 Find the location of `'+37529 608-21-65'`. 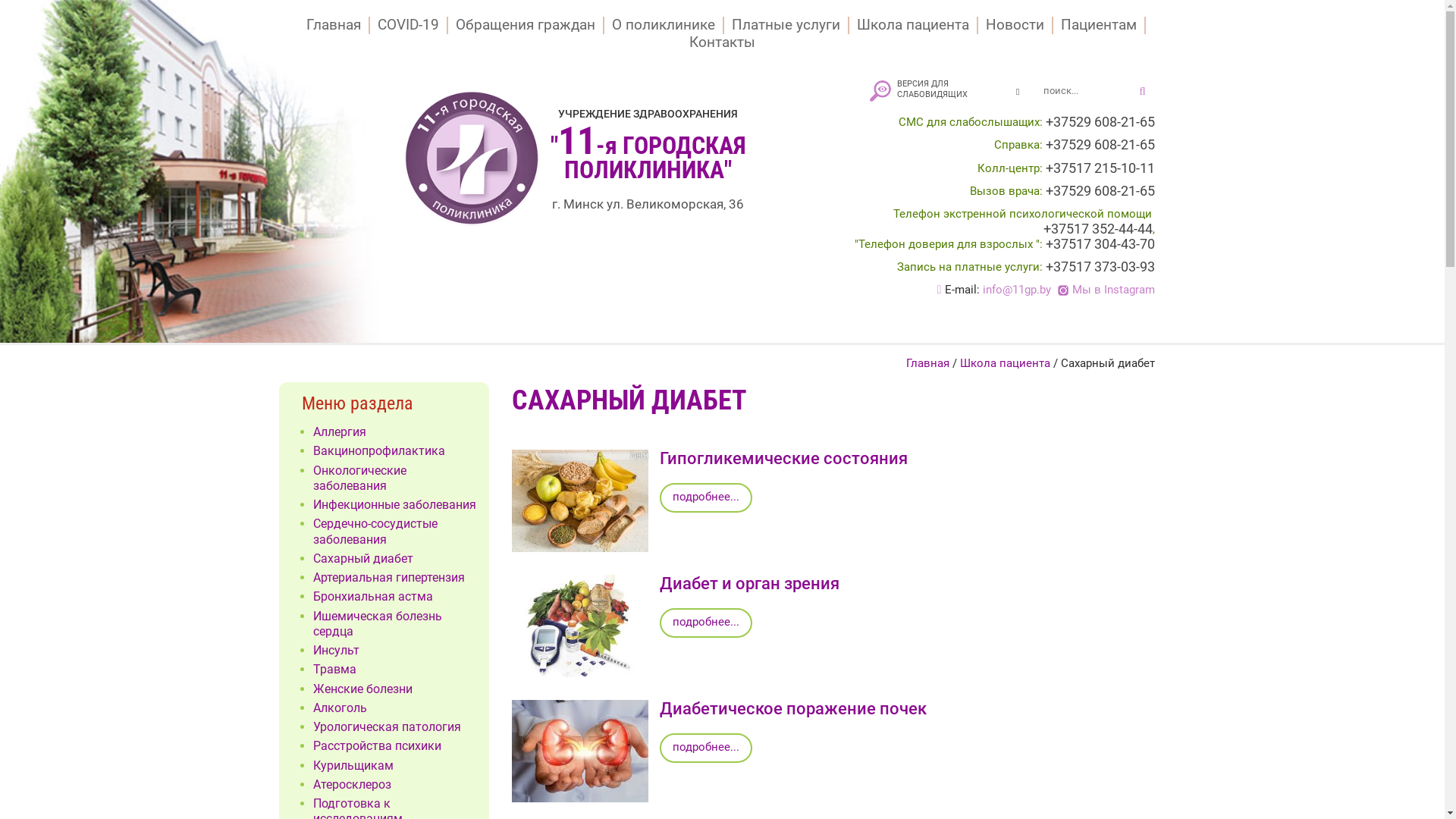

'+37529 608-21-65' is located at coordinates (1099, 121).